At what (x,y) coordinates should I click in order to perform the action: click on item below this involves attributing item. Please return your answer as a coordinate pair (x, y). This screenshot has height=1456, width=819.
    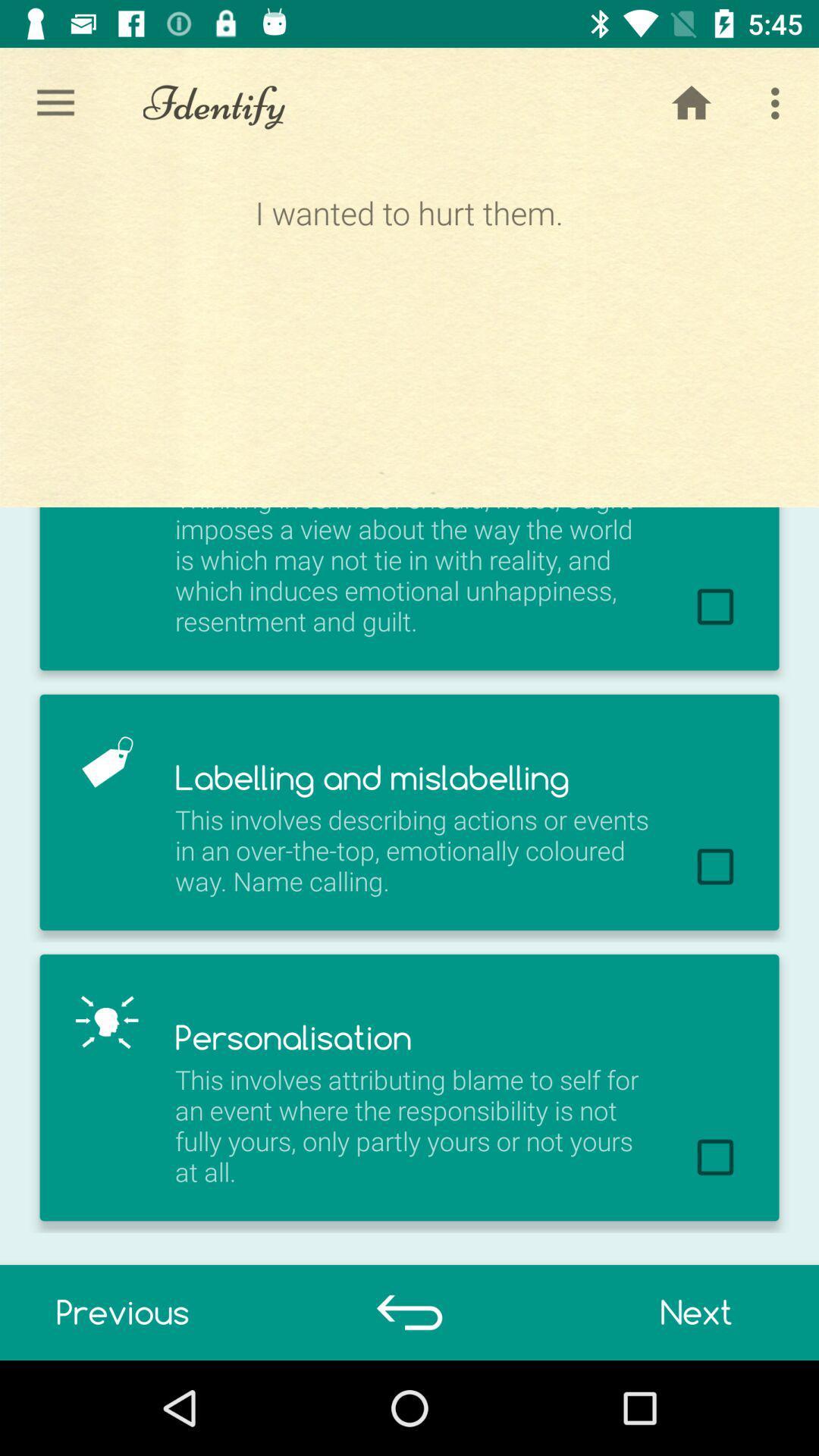
    Looking at the image, I should click on (122, 1312).